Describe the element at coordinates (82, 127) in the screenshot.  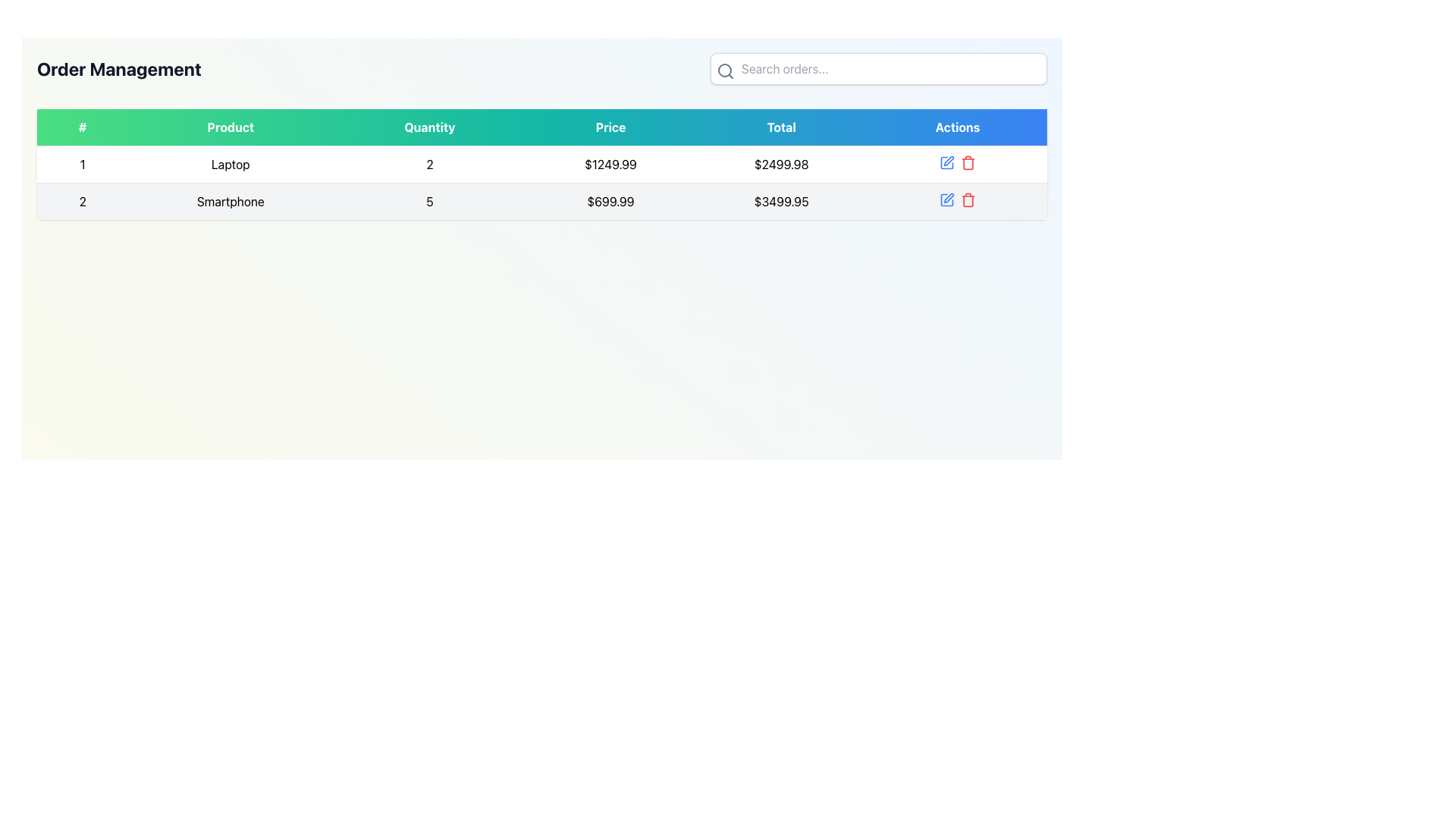
I see `the first table header cell that serves as a label for the column containing row numbers or identifiers` at that location.